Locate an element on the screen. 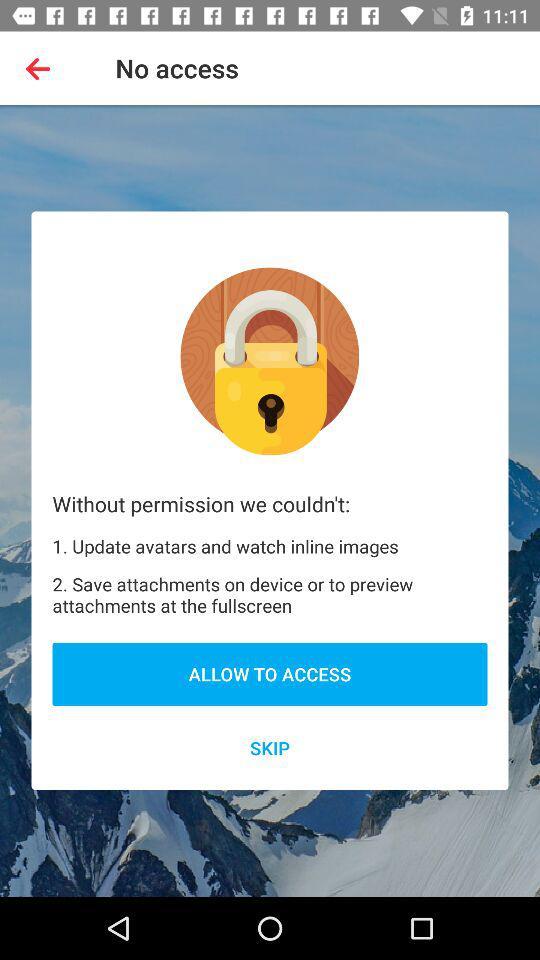  allow to access icon is located at coordinates (270, 674).